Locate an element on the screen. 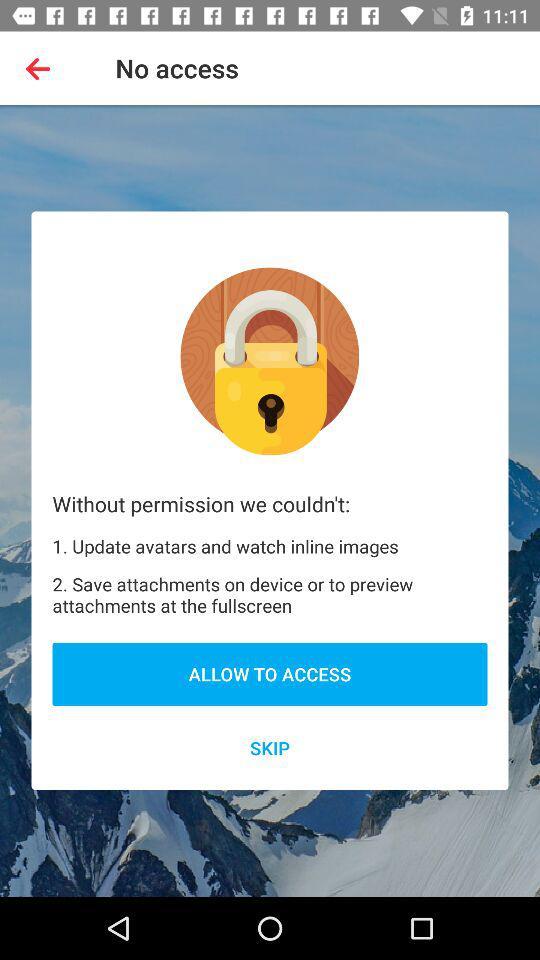  allow to access icon is located at coordinates (270, 674).